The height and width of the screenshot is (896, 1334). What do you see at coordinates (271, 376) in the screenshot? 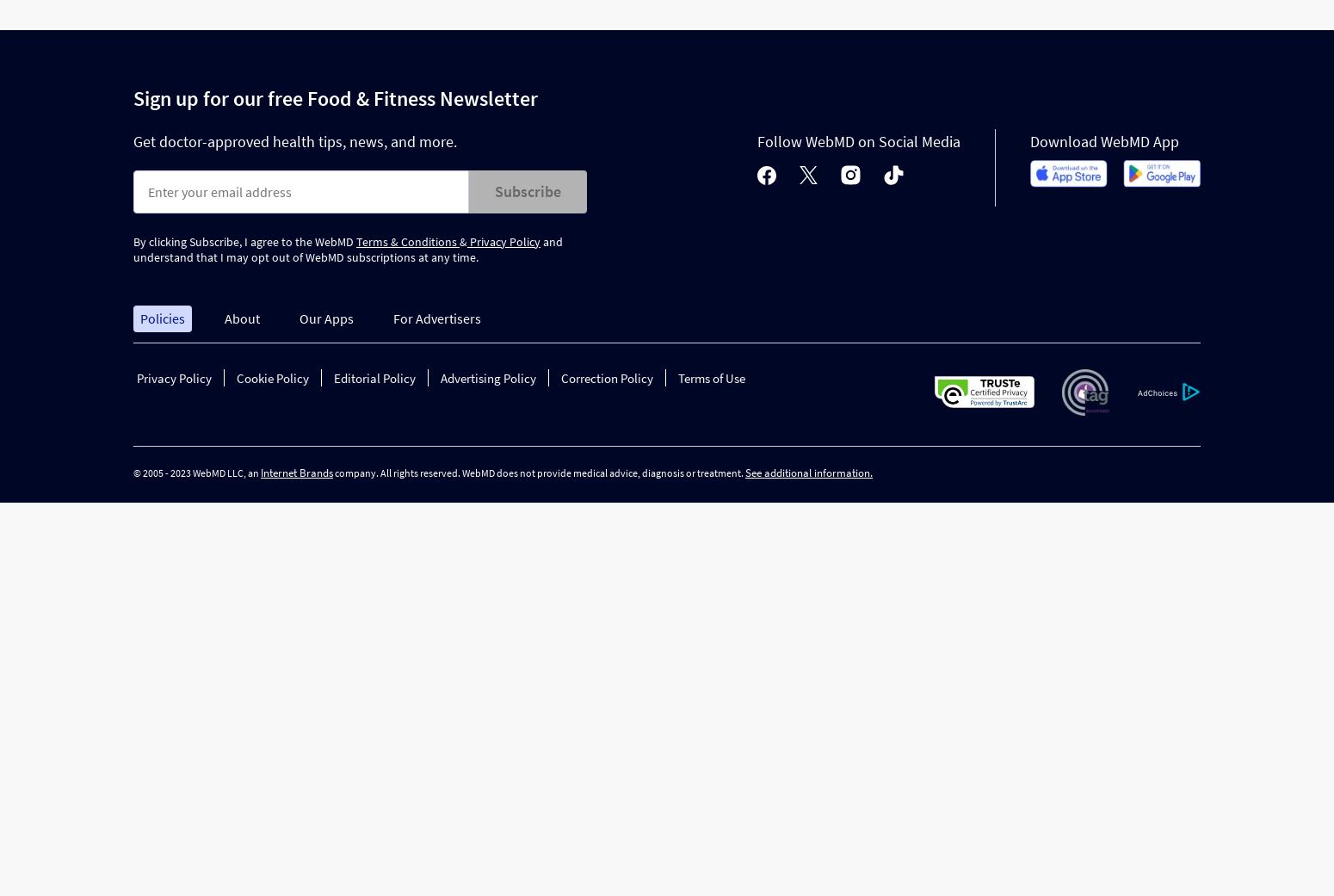
I see `'Cookie Policy'` at bounding box center [271, 376].